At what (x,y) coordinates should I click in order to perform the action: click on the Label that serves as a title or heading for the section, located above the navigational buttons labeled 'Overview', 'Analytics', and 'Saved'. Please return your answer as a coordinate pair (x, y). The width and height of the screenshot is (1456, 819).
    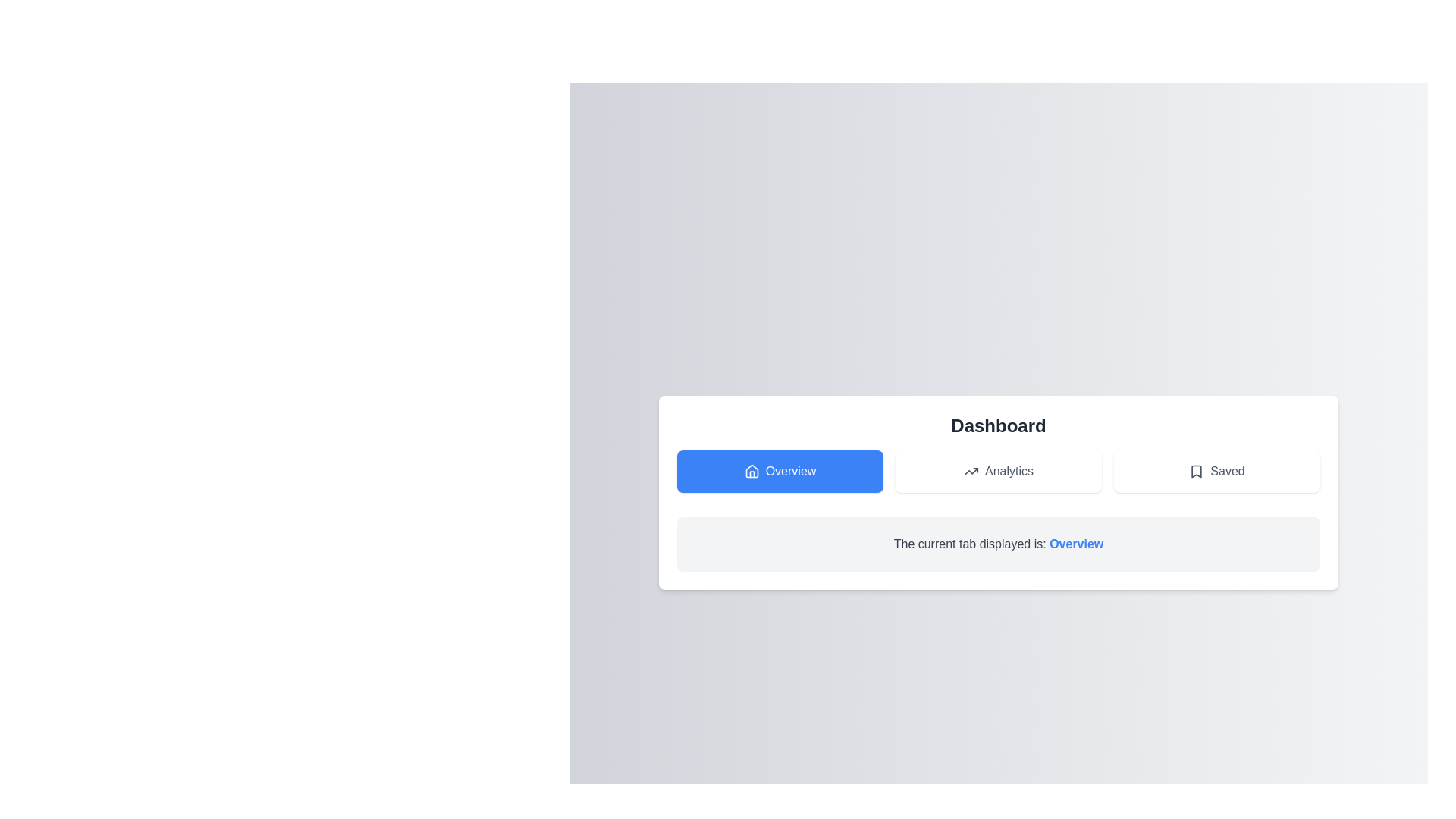
    Looking at the image, I should click on (998, 426).